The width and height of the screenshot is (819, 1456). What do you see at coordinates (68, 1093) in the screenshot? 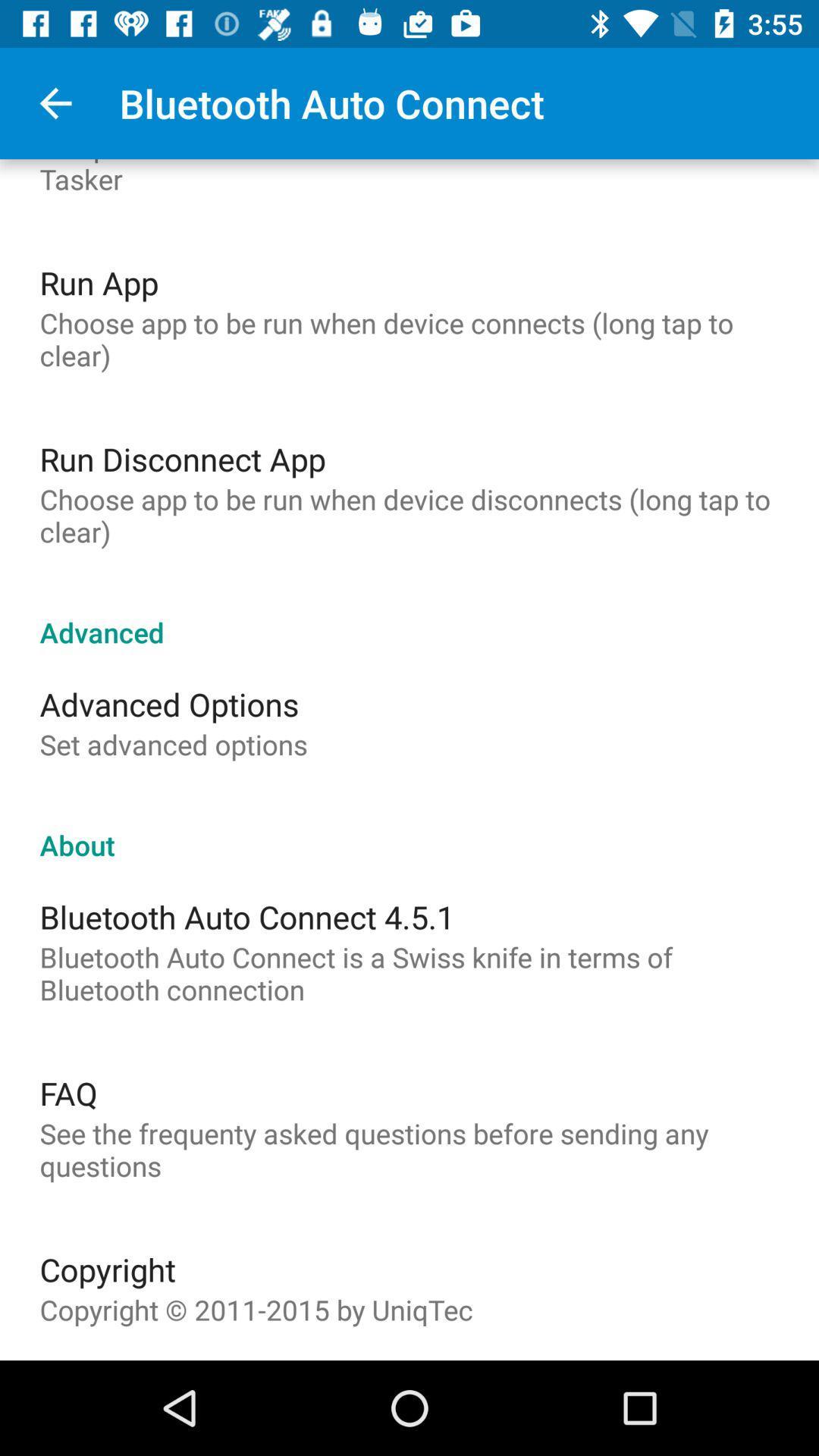
I see `icon above the see the frequenty item` at bounding box center [68, 1093].